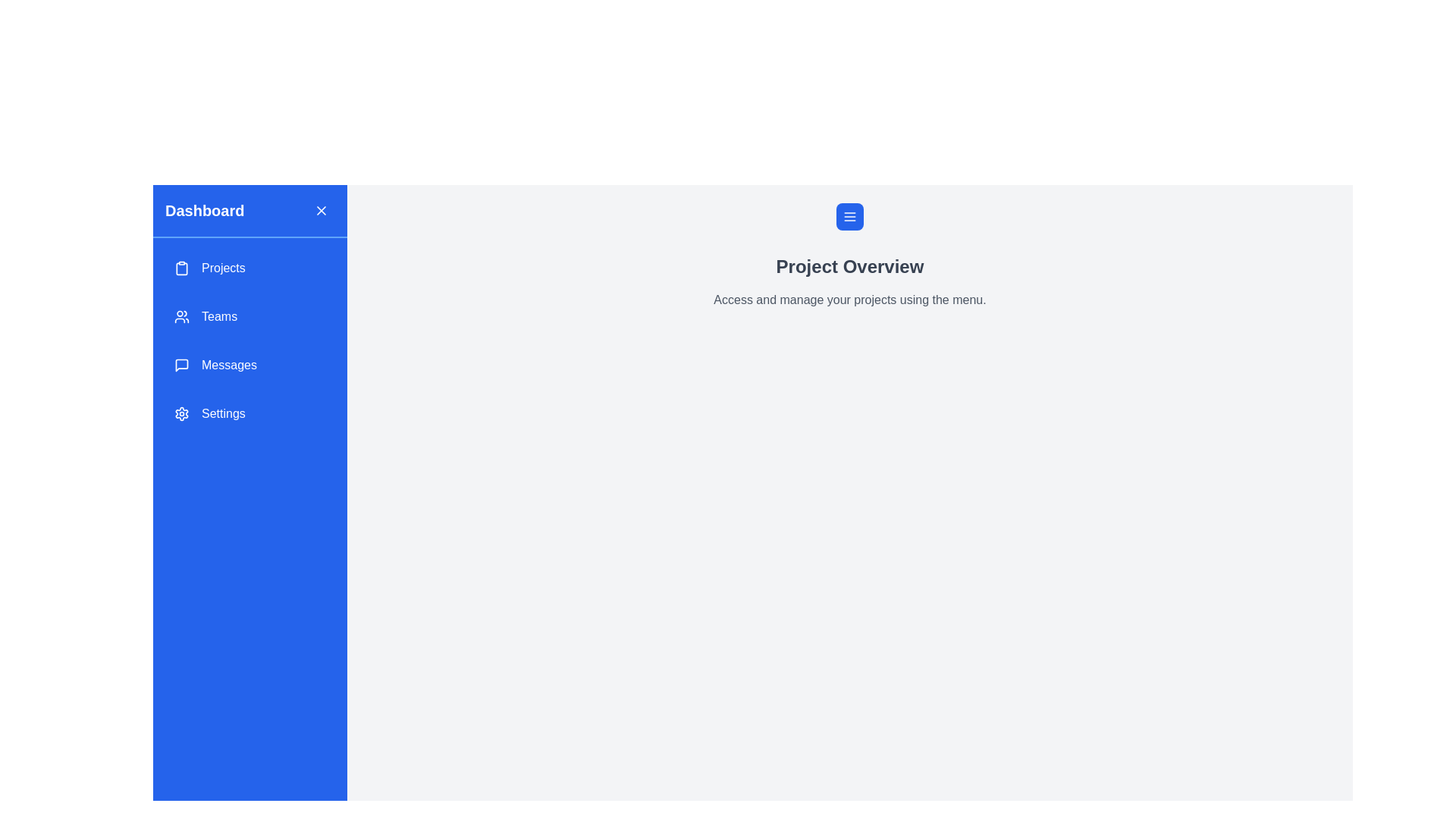 The image size is (1456, 819). I want to click on the close or cancel button, which is a small 'X' icon on a circular blue background located in the top-right corner of the blue sidebar, next to 'Dashboard', so click(320, 210).